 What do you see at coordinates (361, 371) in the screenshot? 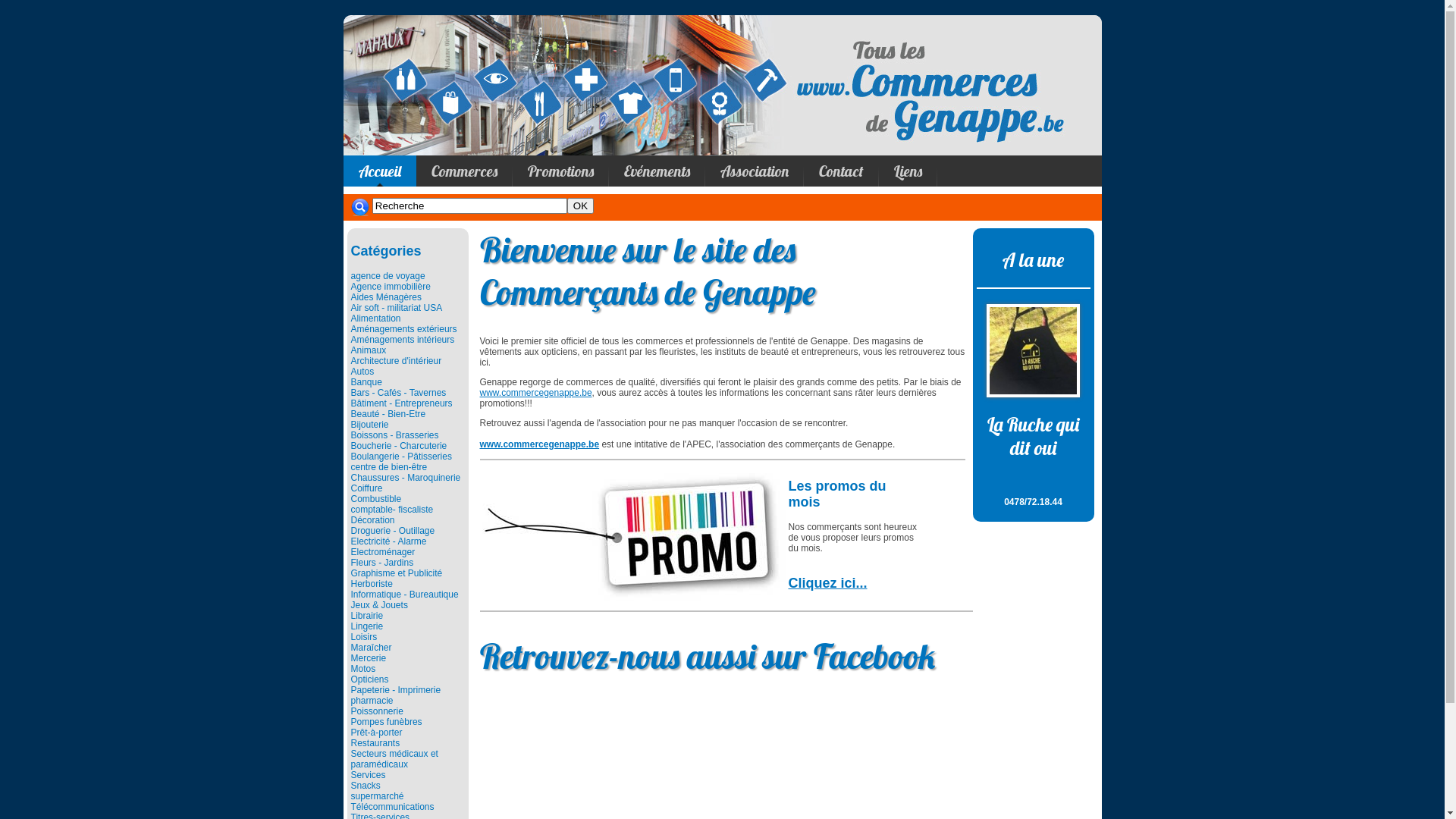
I see `'Autos'` at bounding box center [361, 371].